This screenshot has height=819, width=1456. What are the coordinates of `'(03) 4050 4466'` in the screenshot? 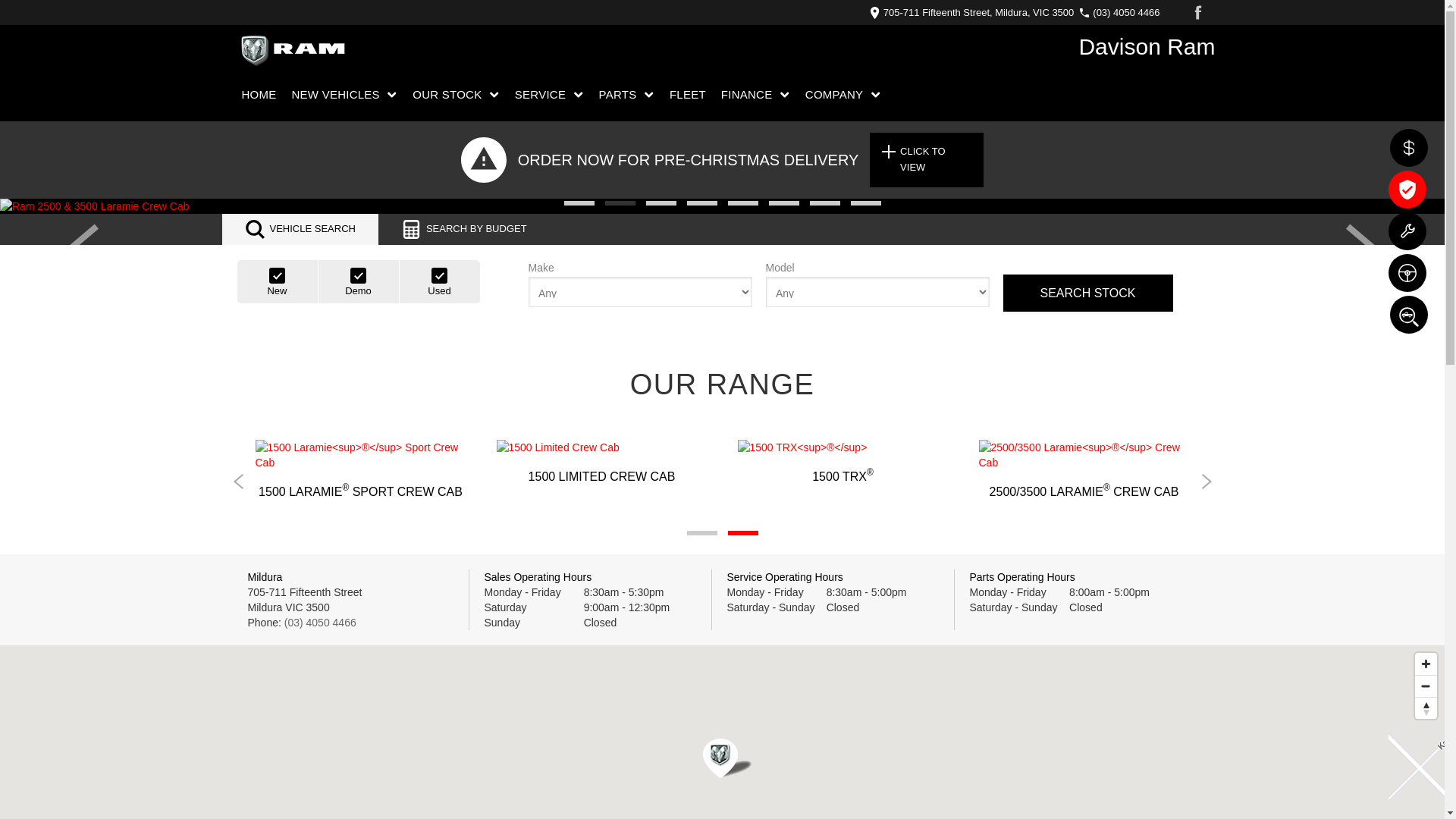 It's located at (1122, 12).